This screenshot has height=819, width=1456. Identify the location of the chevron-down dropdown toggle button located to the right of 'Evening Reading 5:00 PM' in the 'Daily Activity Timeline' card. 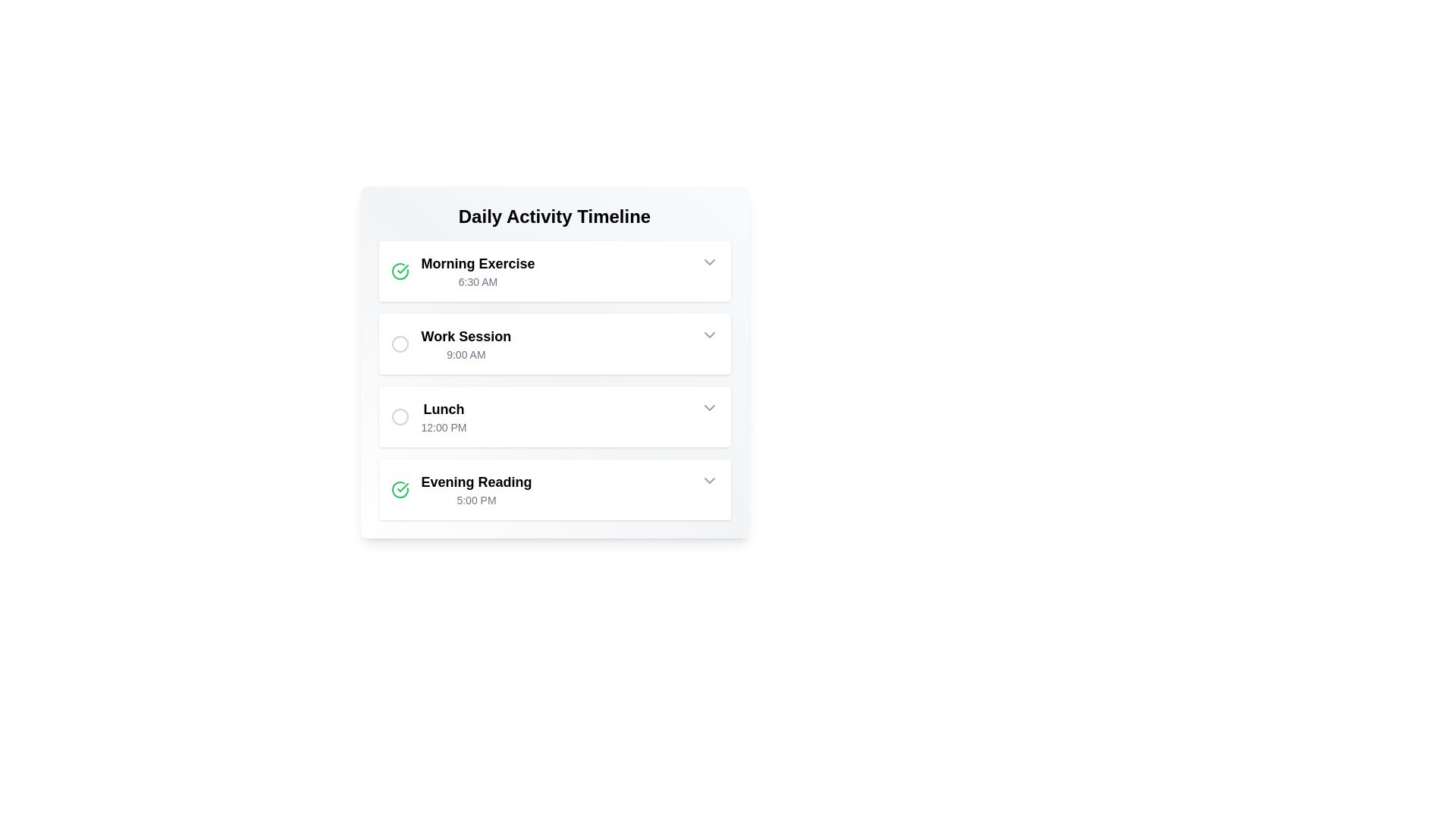
(708, 480).